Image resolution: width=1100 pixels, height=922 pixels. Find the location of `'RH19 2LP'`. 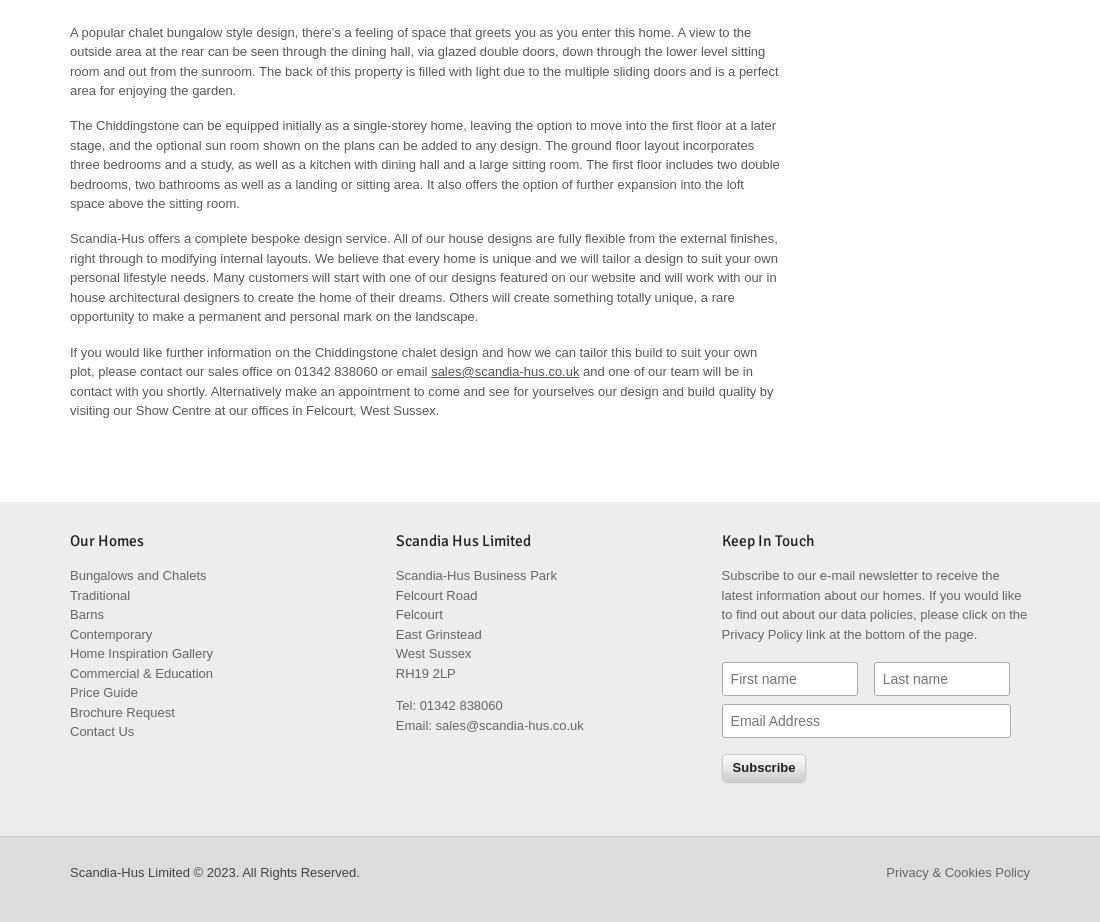

'RH19 2LP' is located at coordinates (424, 672).